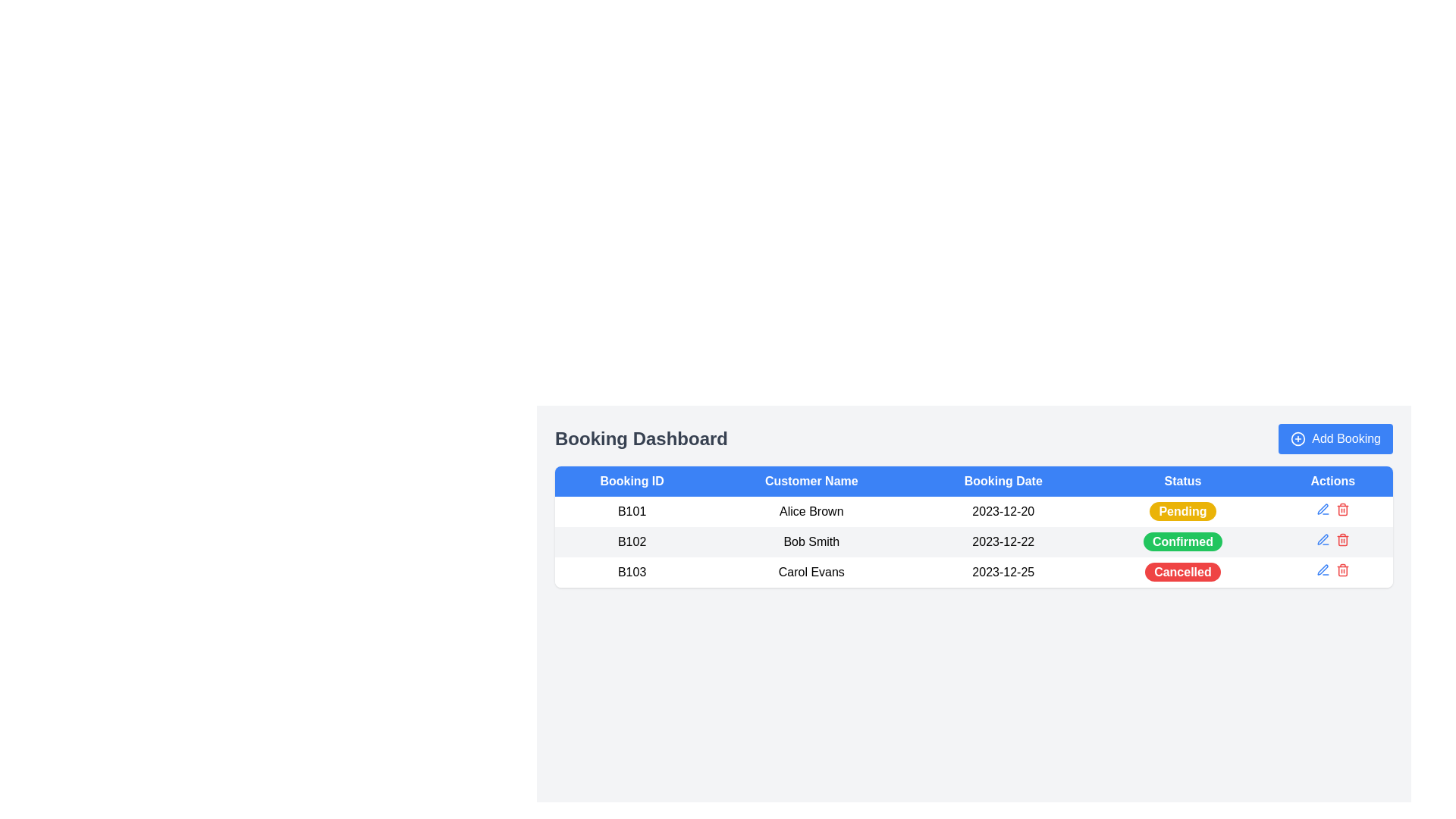  What do you see at coordinates (1298, 438) in the screenshot?
I see `the graphic icon embedded within the 'Add Booking' button, which indicates the action of adding new entries or items` at bounding box center [1298, 438].